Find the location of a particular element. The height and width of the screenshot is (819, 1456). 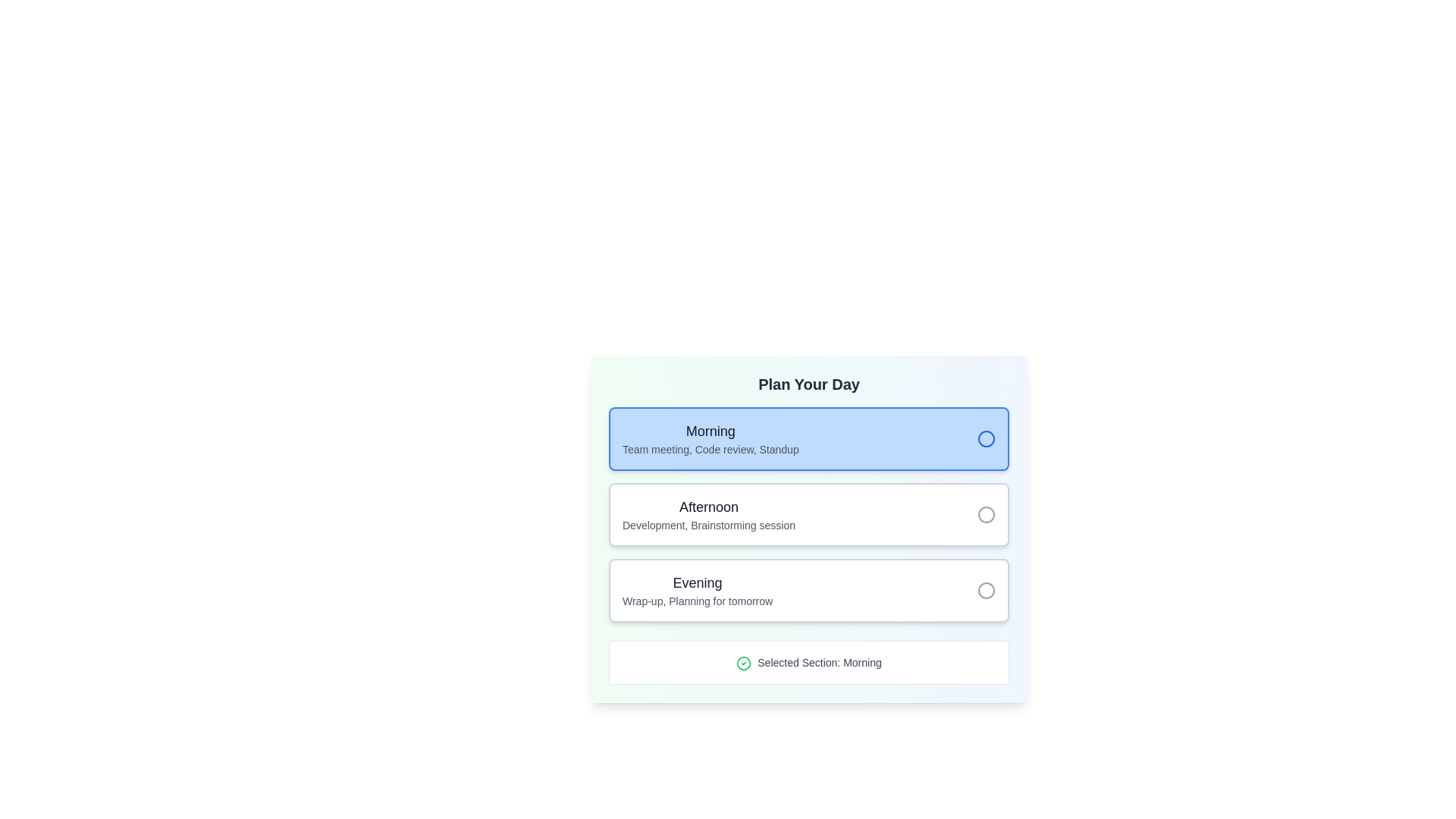

to select the 'Evening' planning section, which is the third item in a vertically aligned list, featuring larger text 'Evening' and smaller text 'Wrap-up, Planning for tomorrow', located towards the center of the application interface is located at coordinates (697, 590).